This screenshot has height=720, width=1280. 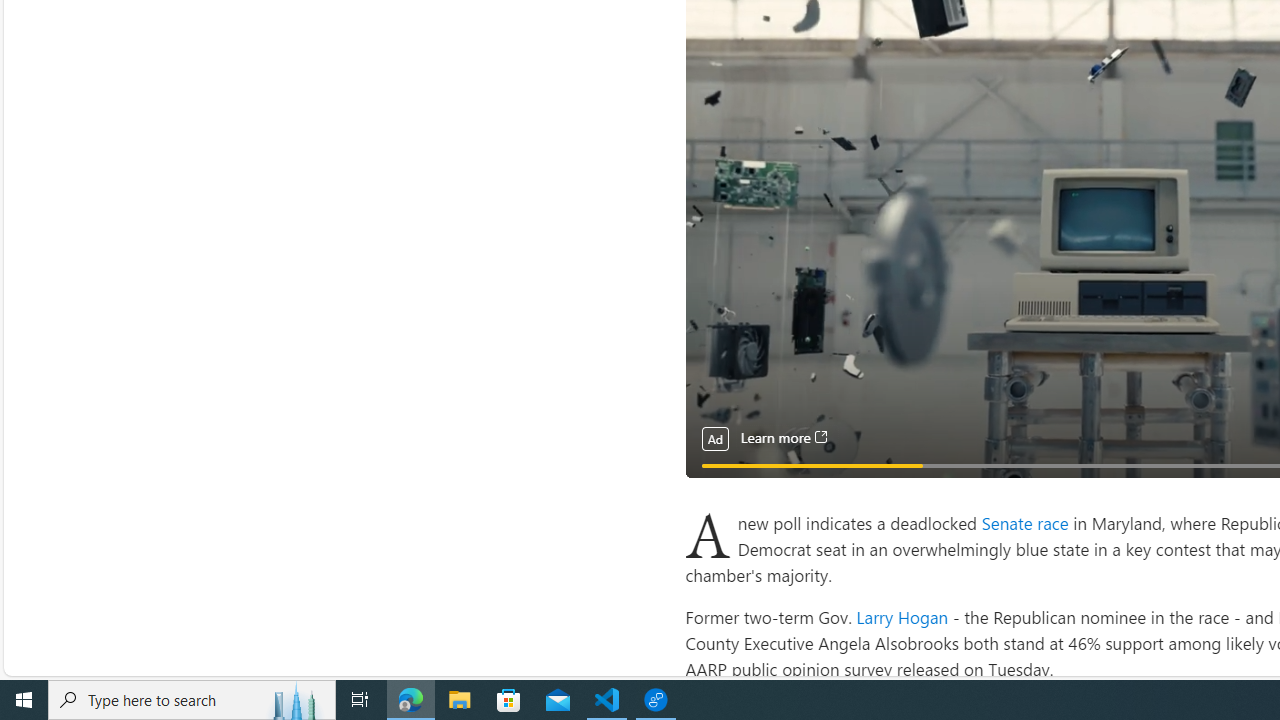 I want to click on 'Larry Hogan', so click(x=901, y=615).